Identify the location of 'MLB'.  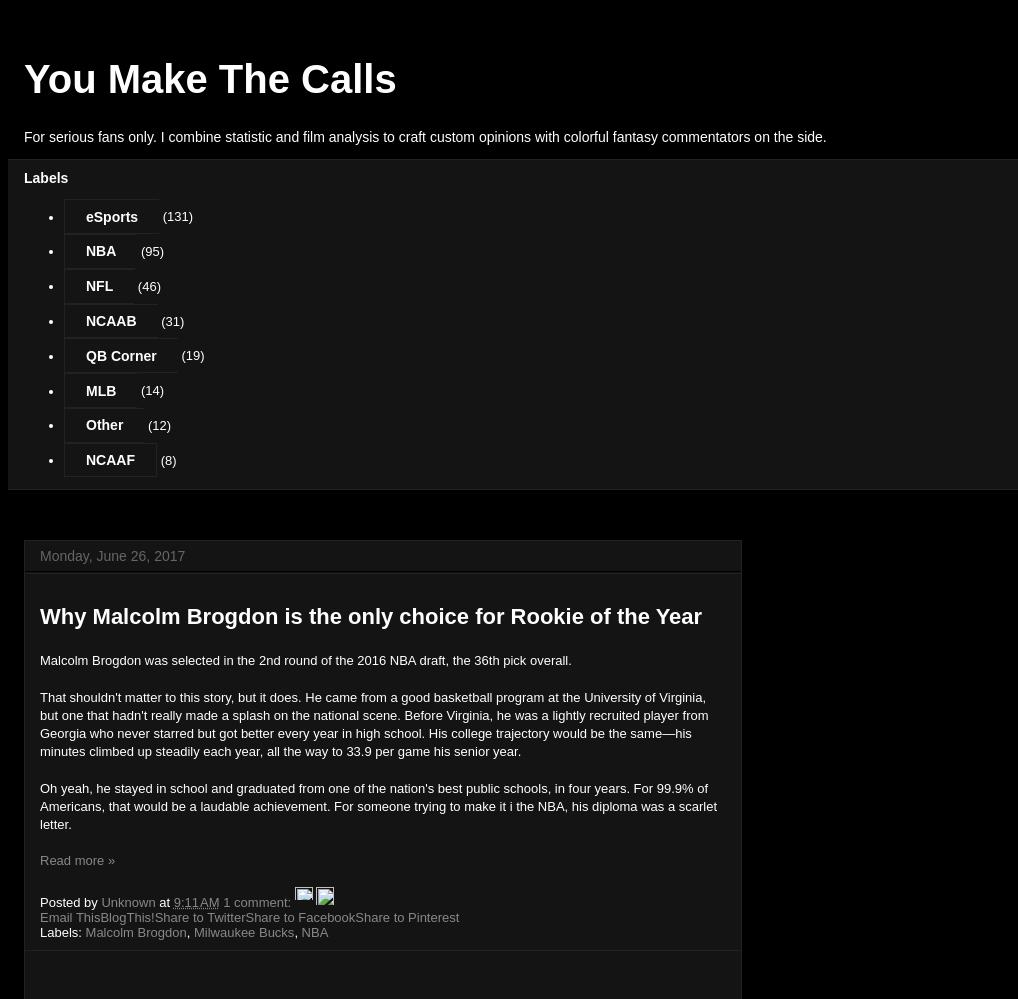
(100, 389).